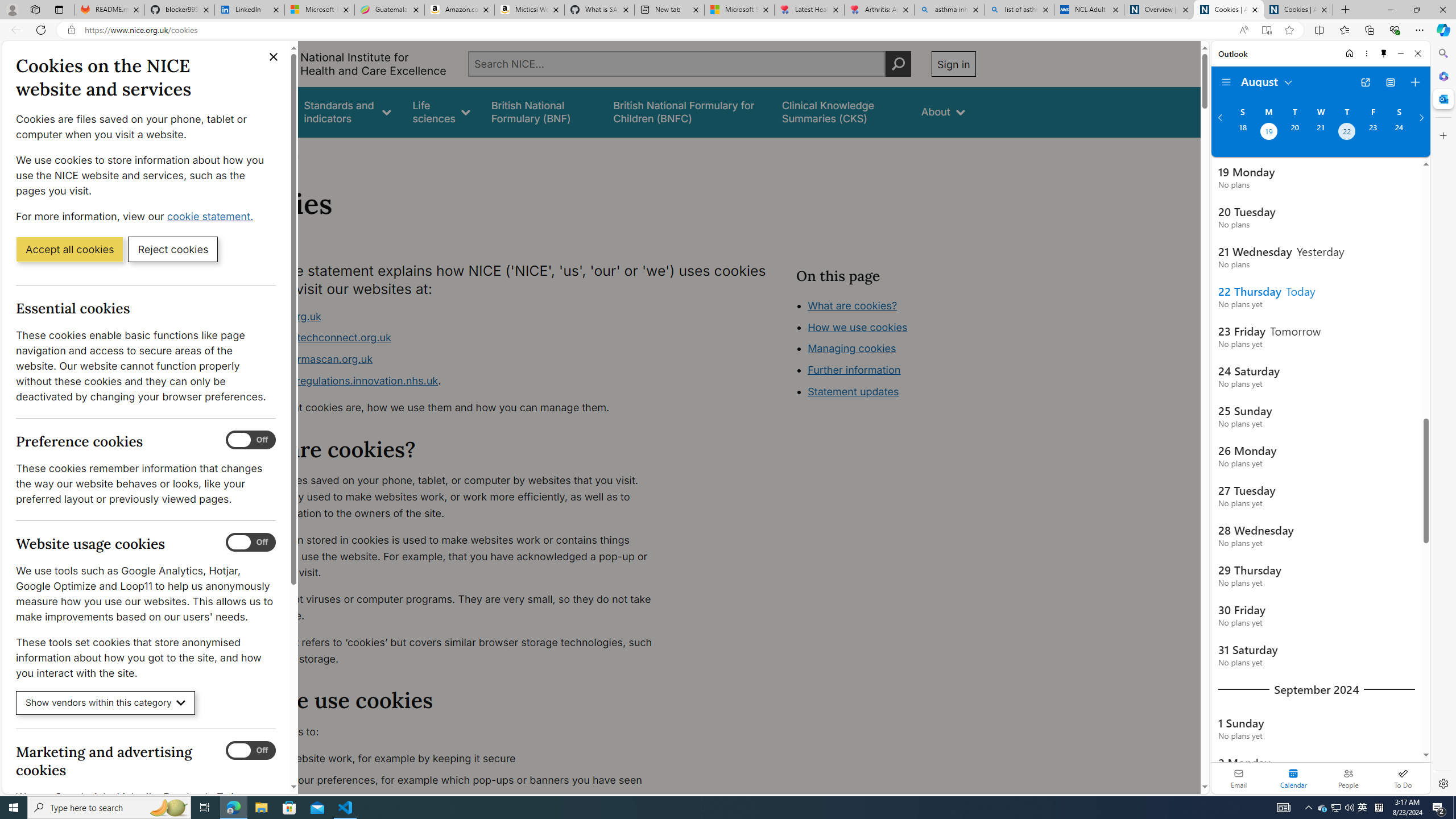 Image resolution: width=1456 pixels, height=819 pixels. What do you see at coordinates (260, 111) in the screenshot?
I see `'Guidance'` at bounding box center [260, 111].